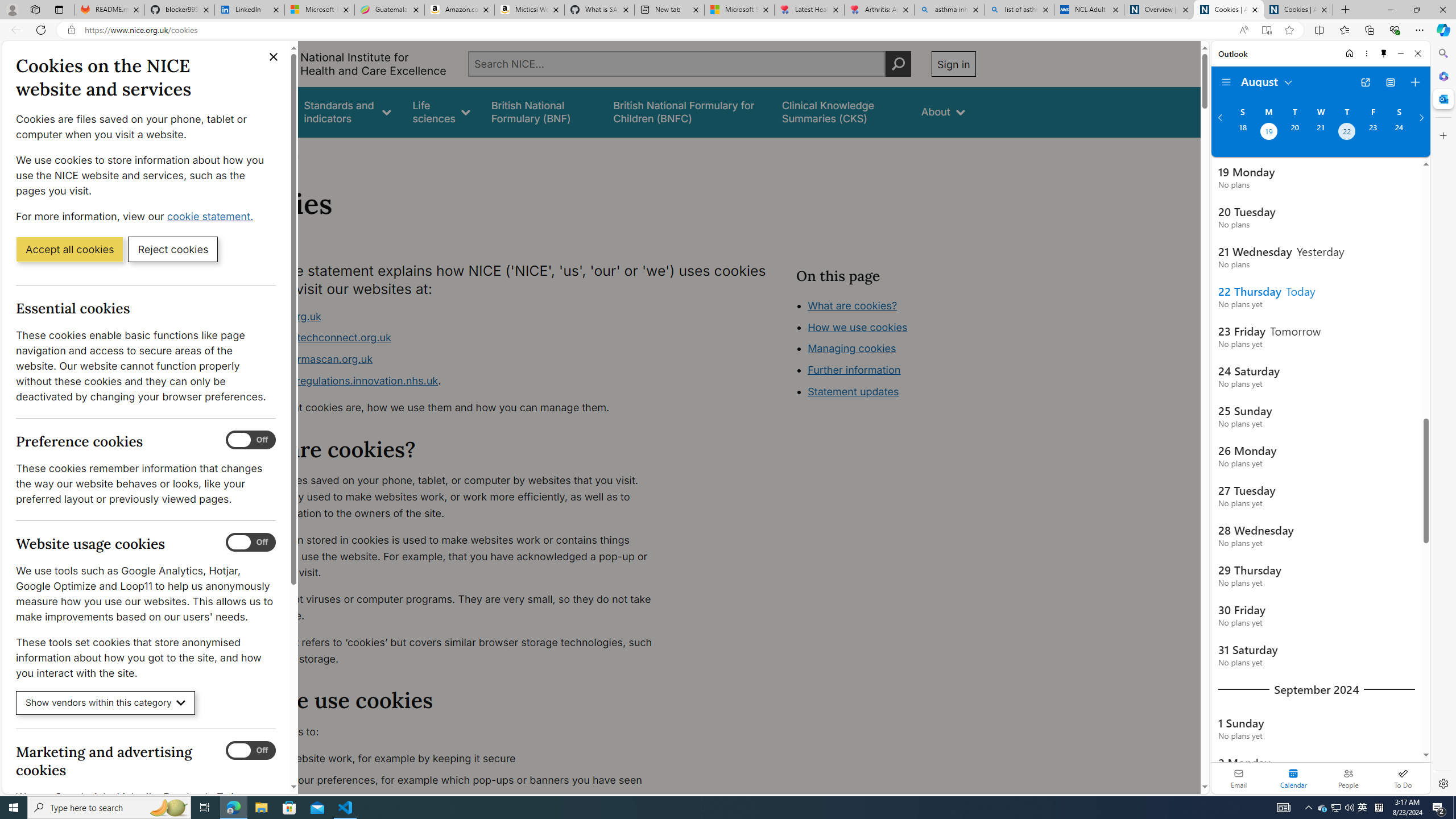 Image resolution: width=1456 pixels, height=819 pixels. What do you see at coordinates (260, 111) in the screenshot?
I see `'Guidance'` at bounding box center [260, 111].